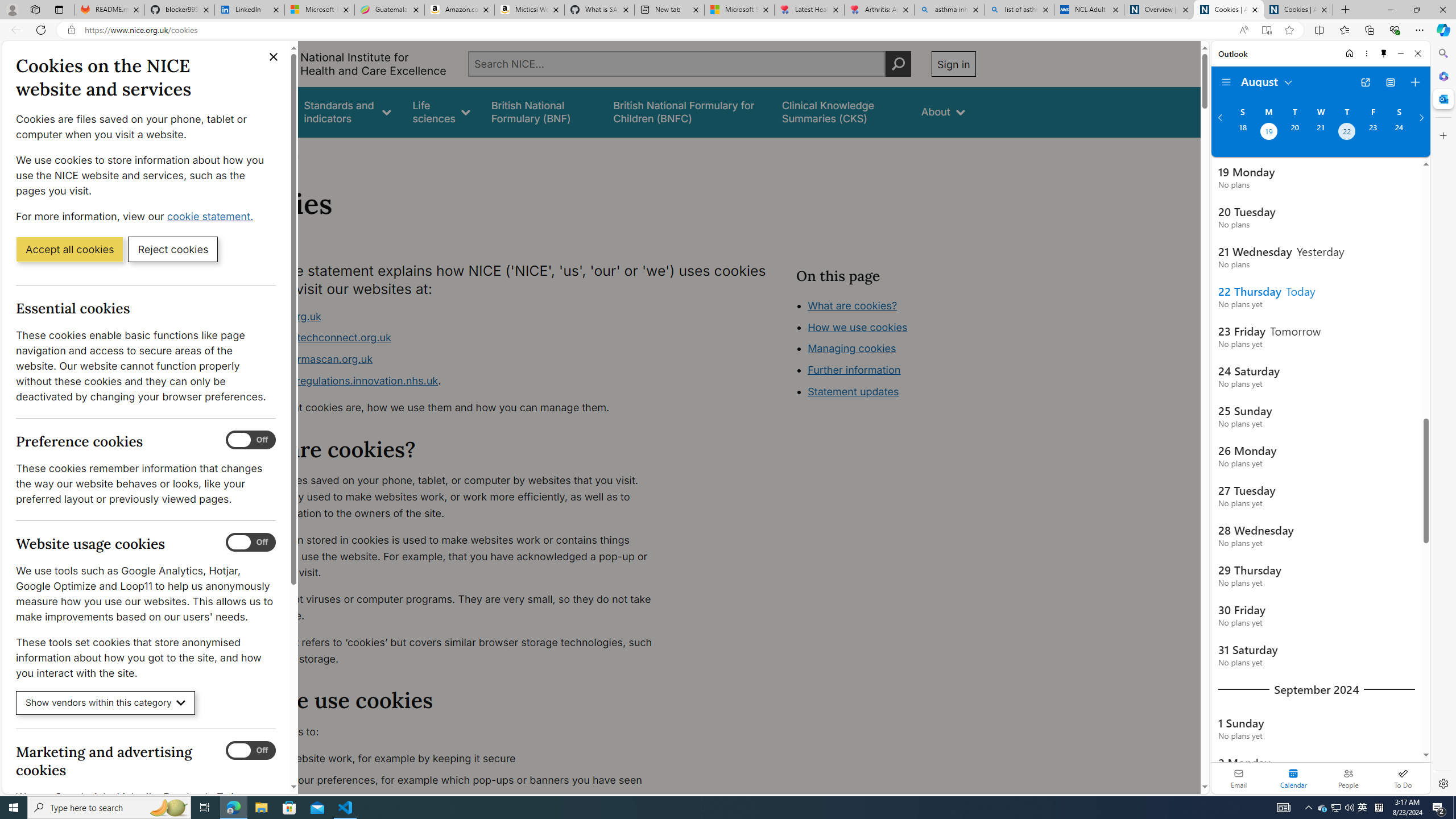 Image resolution: width=1456 pixels, height=819 pixels. What do you see at coordinates (260, 111) in the screenshot?
I see `'Guidance'` at bounding box center [260, 111].